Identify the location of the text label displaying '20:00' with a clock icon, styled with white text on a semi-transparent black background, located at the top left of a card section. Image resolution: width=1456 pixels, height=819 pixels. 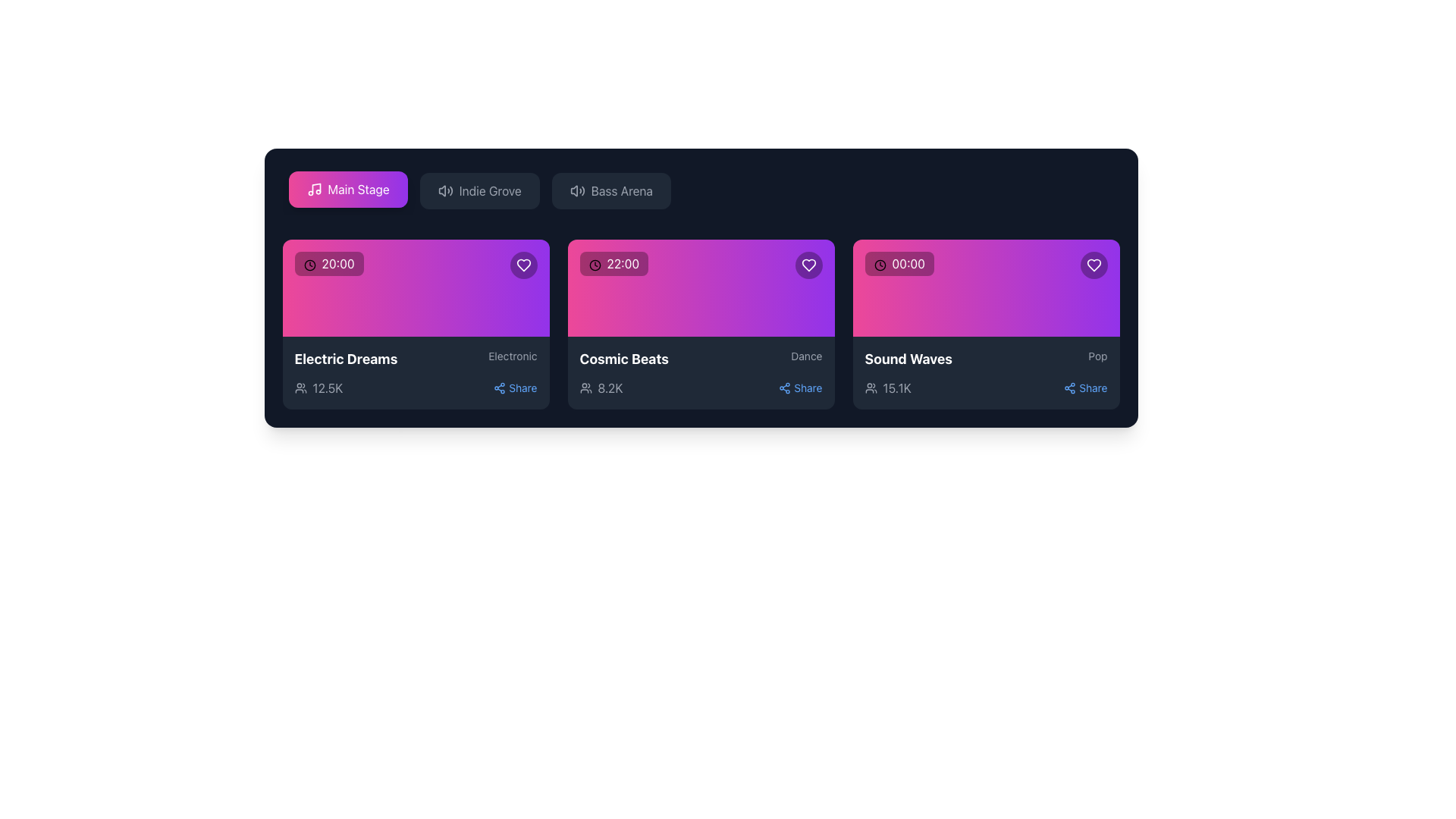
(328, 262).